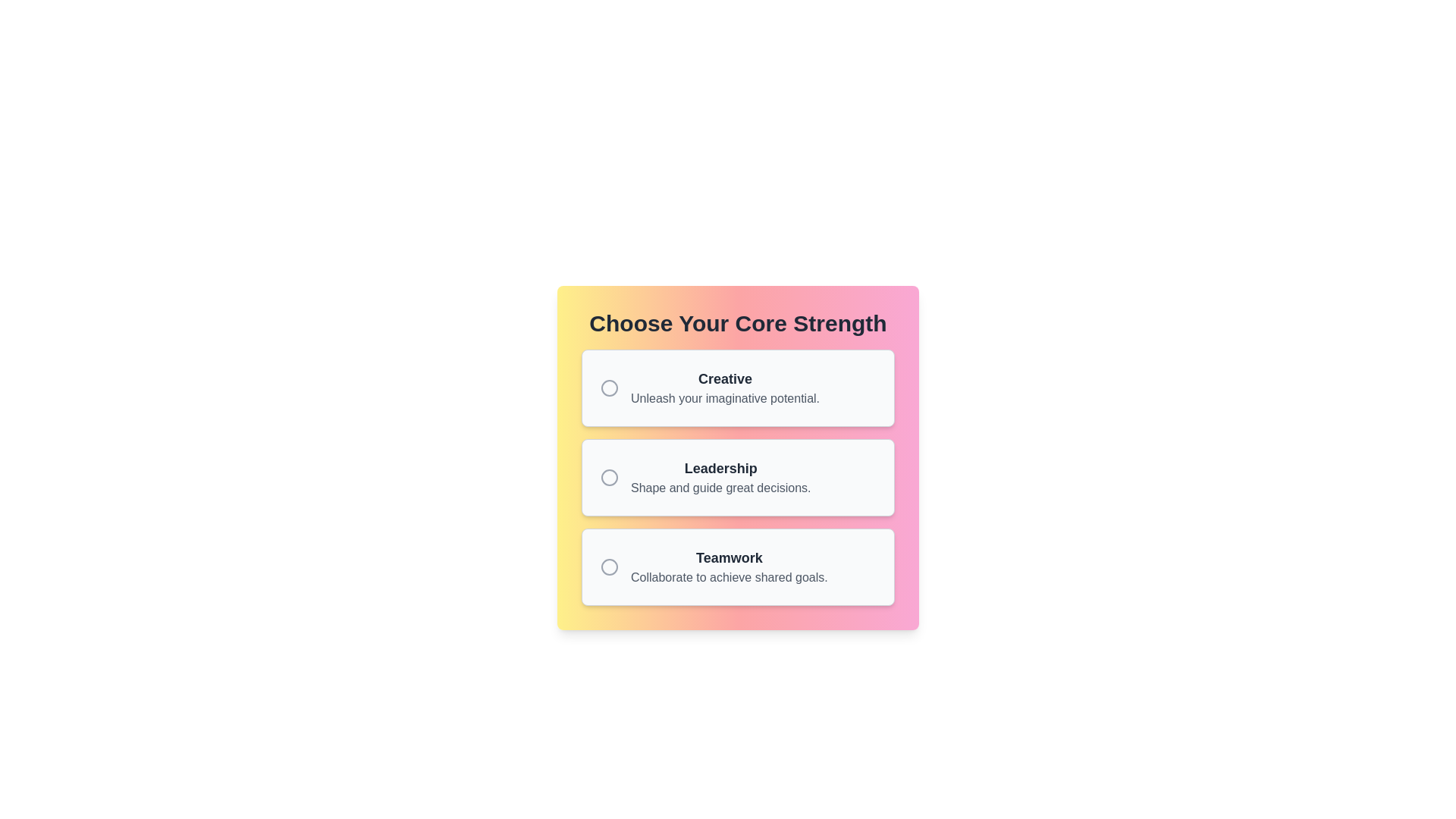 The image size is (1456, 819). What do you see at coordinates (610, 388) in the screenshot?
I see `the circular radio button with a gray outline and white background located to the left of the 'Creative' text for potential visual feedback` at bounding box center [610, 388].